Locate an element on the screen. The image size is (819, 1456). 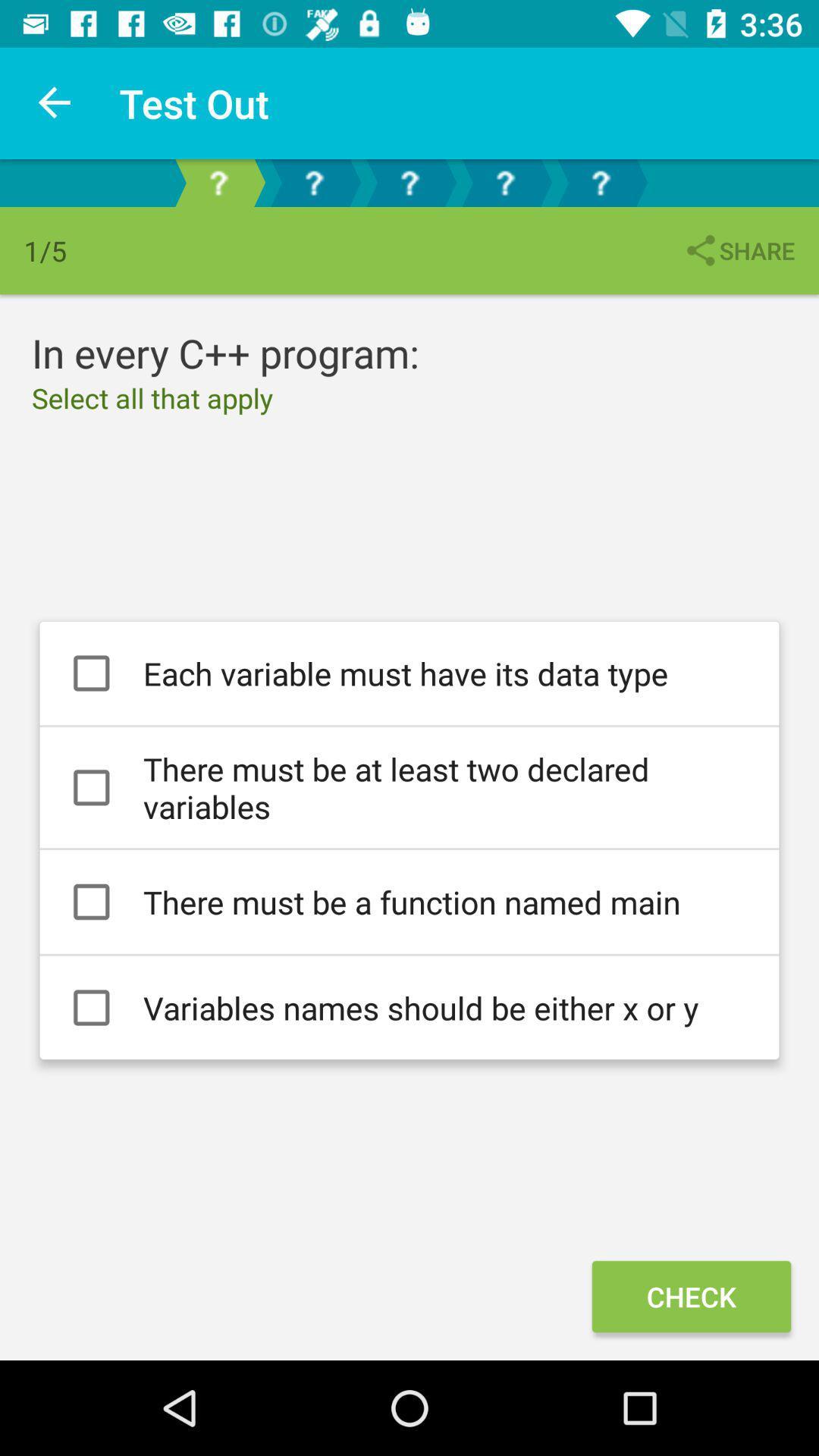
the icon at the bottom right corner is located at coordinates (691, 1295).